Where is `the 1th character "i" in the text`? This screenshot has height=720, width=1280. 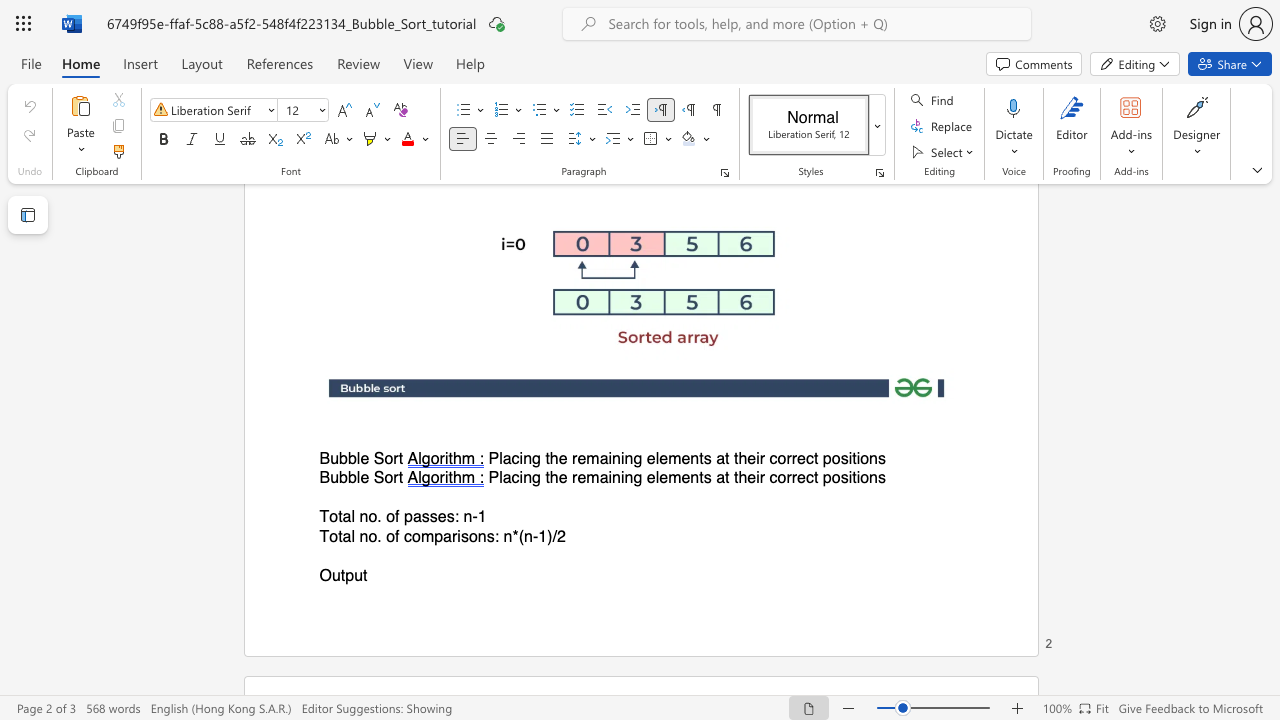
the 1th character "i" in the text is located at coordinates (458, 535).